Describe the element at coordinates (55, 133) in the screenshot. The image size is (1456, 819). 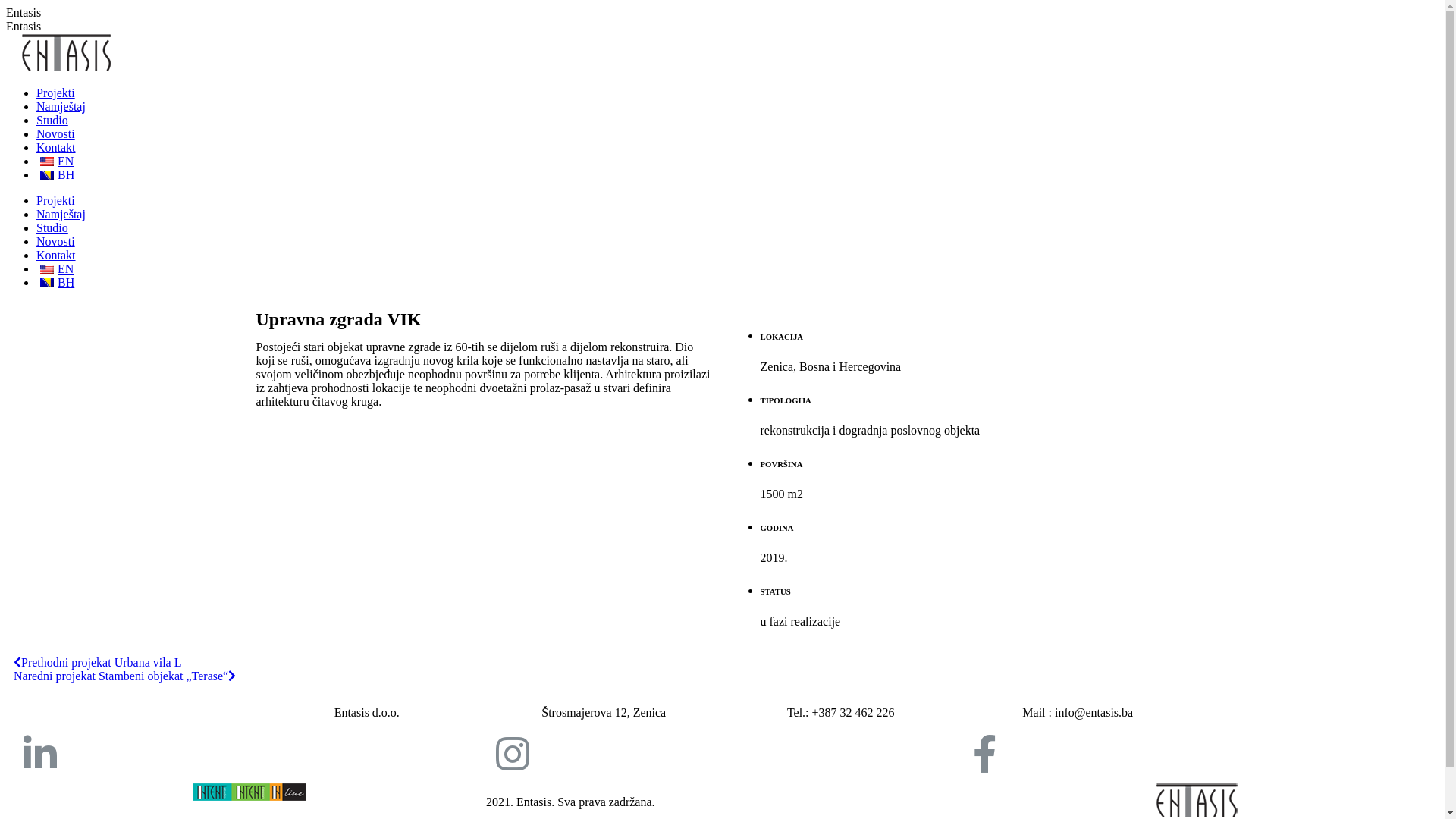
I see `'Novosti'` at that location.